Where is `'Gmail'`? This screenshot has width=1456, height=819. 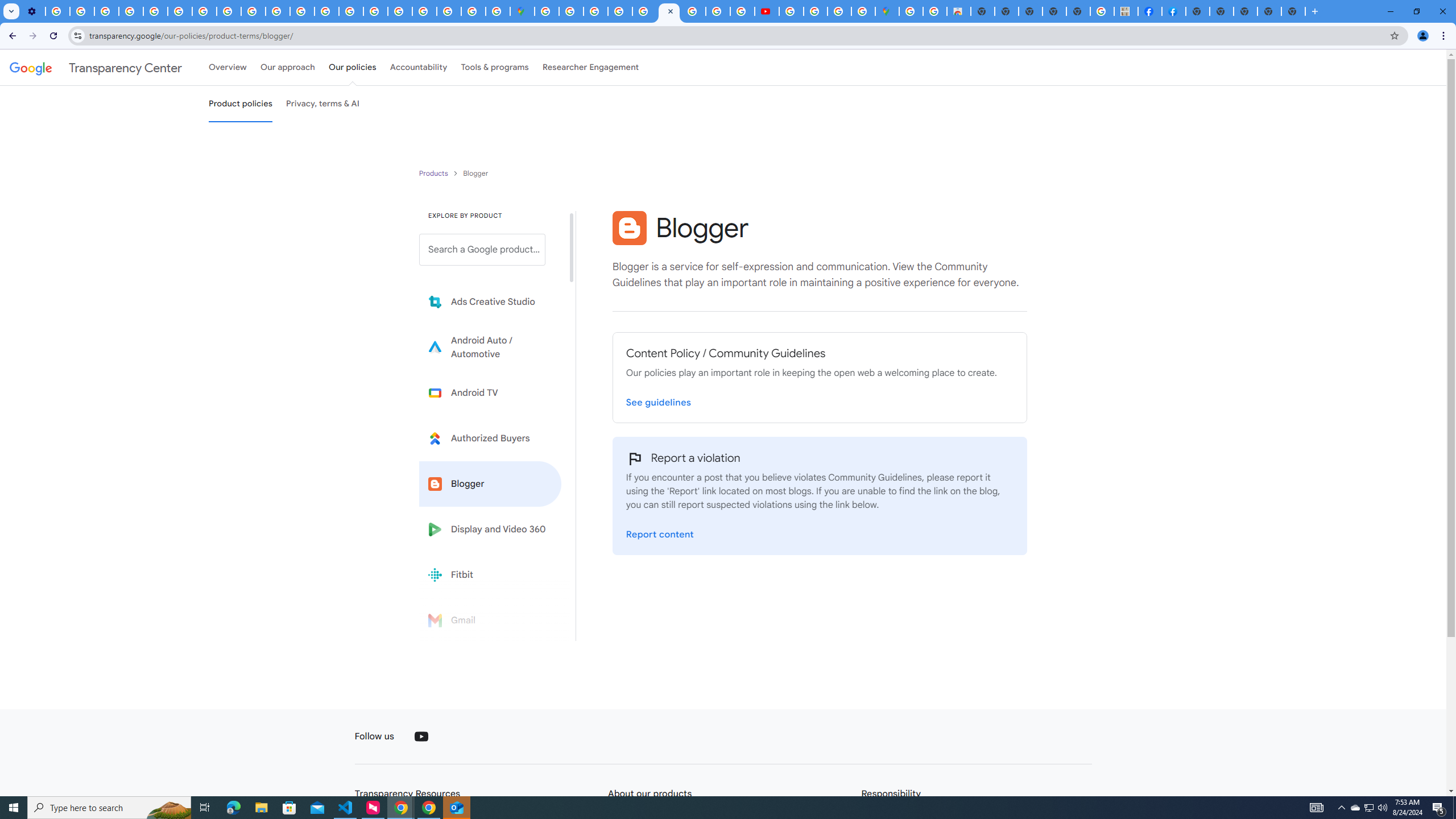
'Gmail' is located at coordinates (490, 619).